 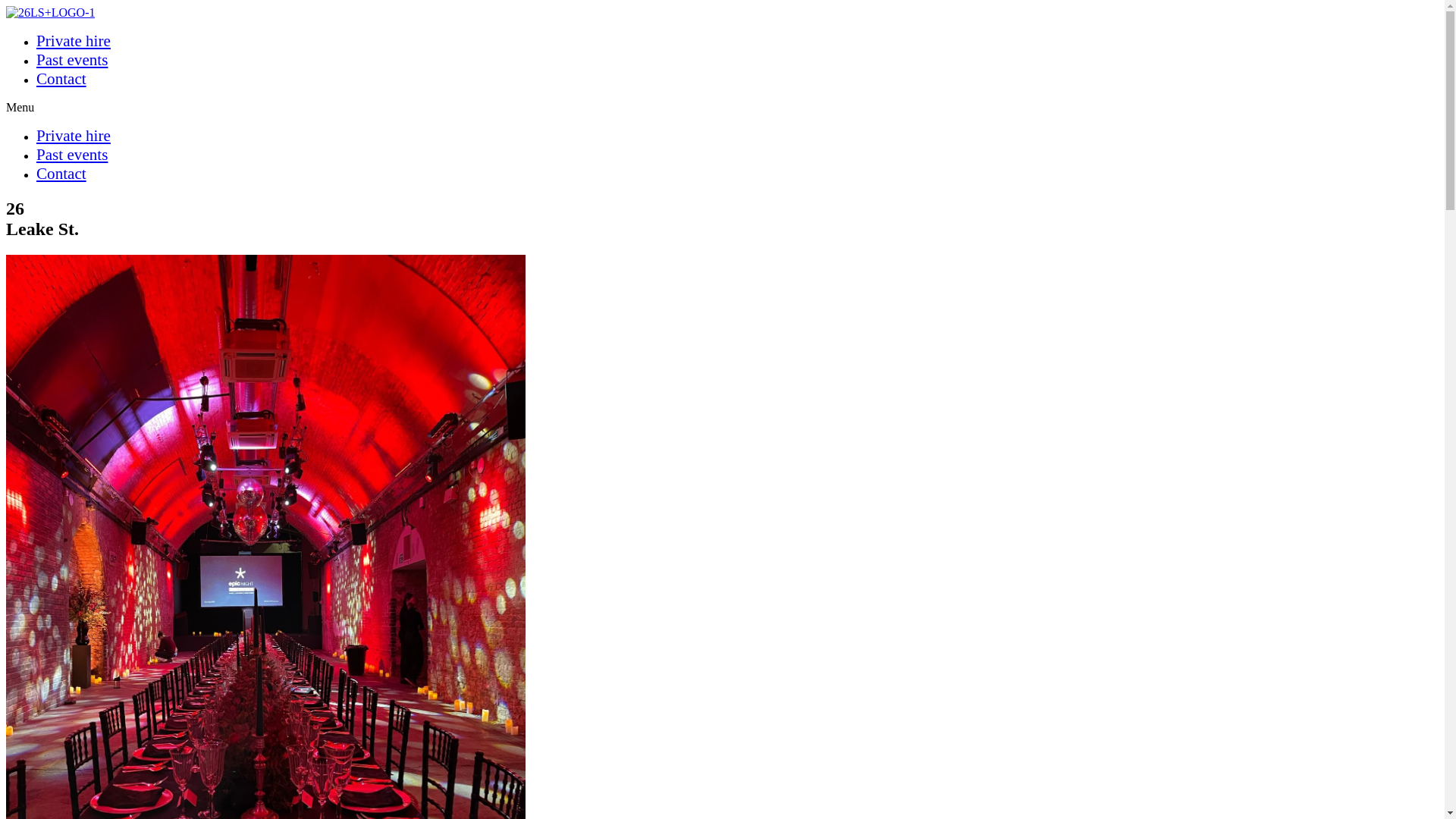 I want to click on 'Private hire', so click(x=72, y=134).